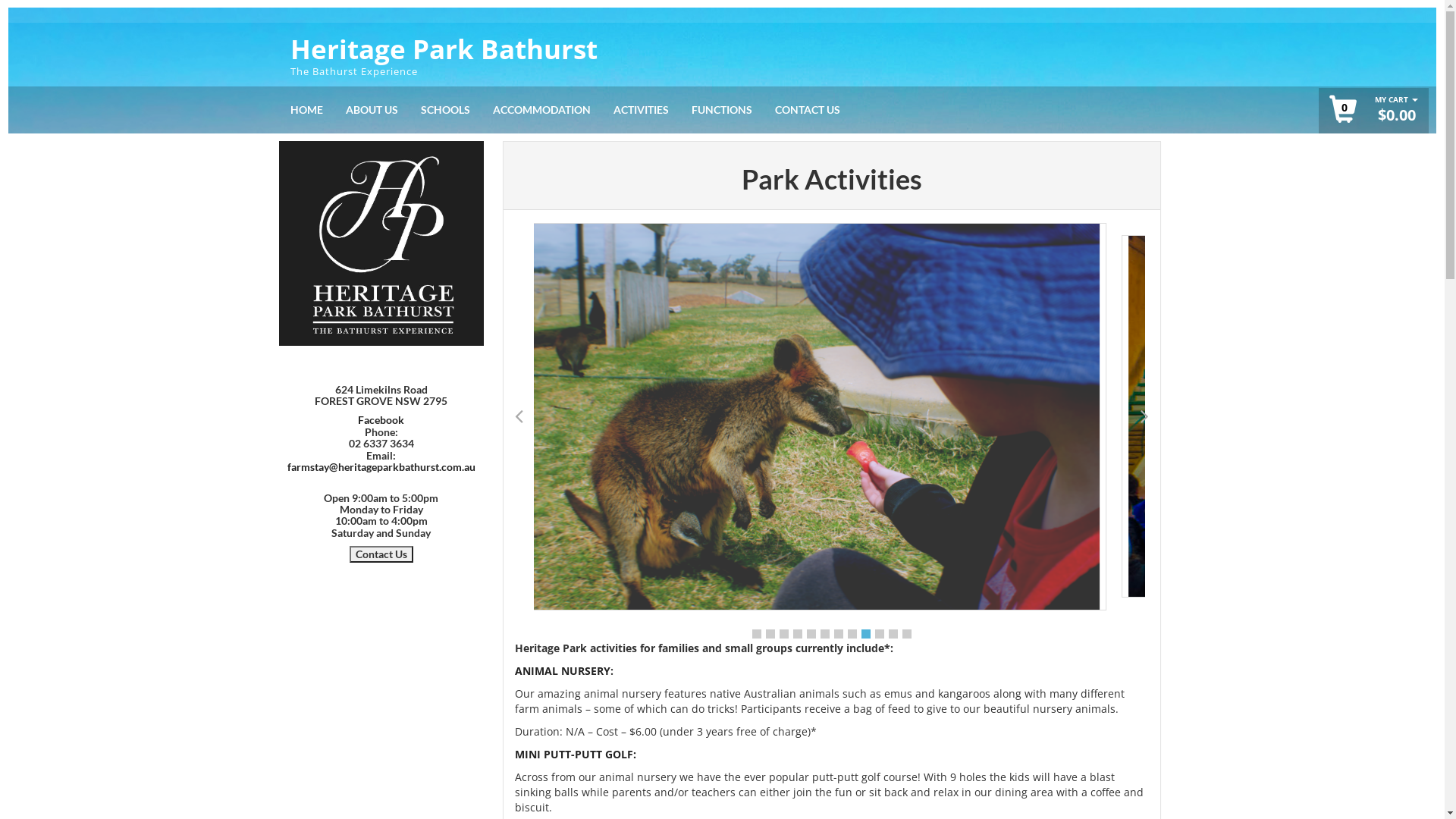 The width and height of the screenshot is (1456, 819). Describe the element at coordinates (906, 634) in the screenshot. I see `'12'` at that location.